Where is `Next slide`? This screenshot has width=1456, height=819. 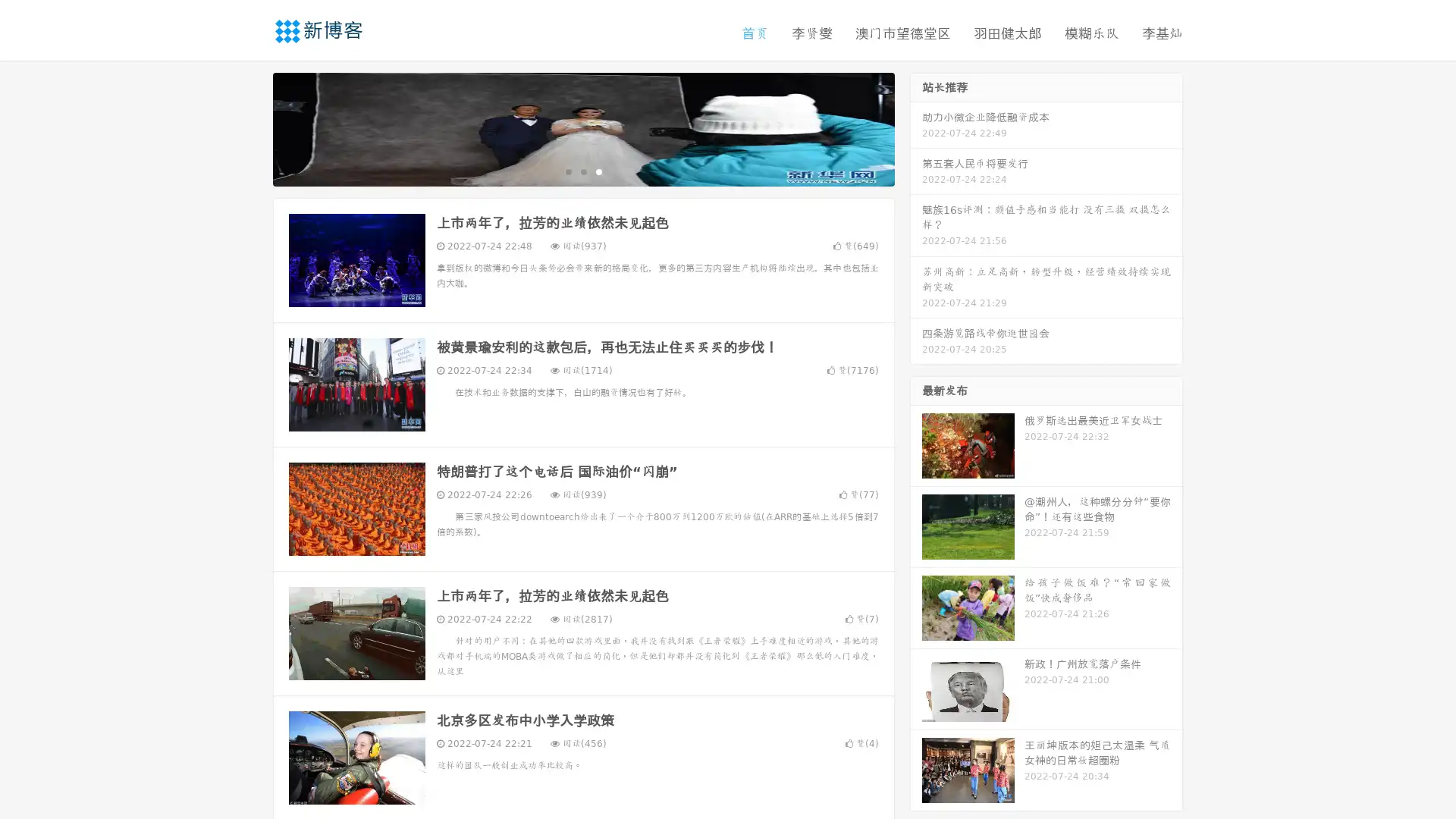 Next slide is located at coordinates (916, 127).